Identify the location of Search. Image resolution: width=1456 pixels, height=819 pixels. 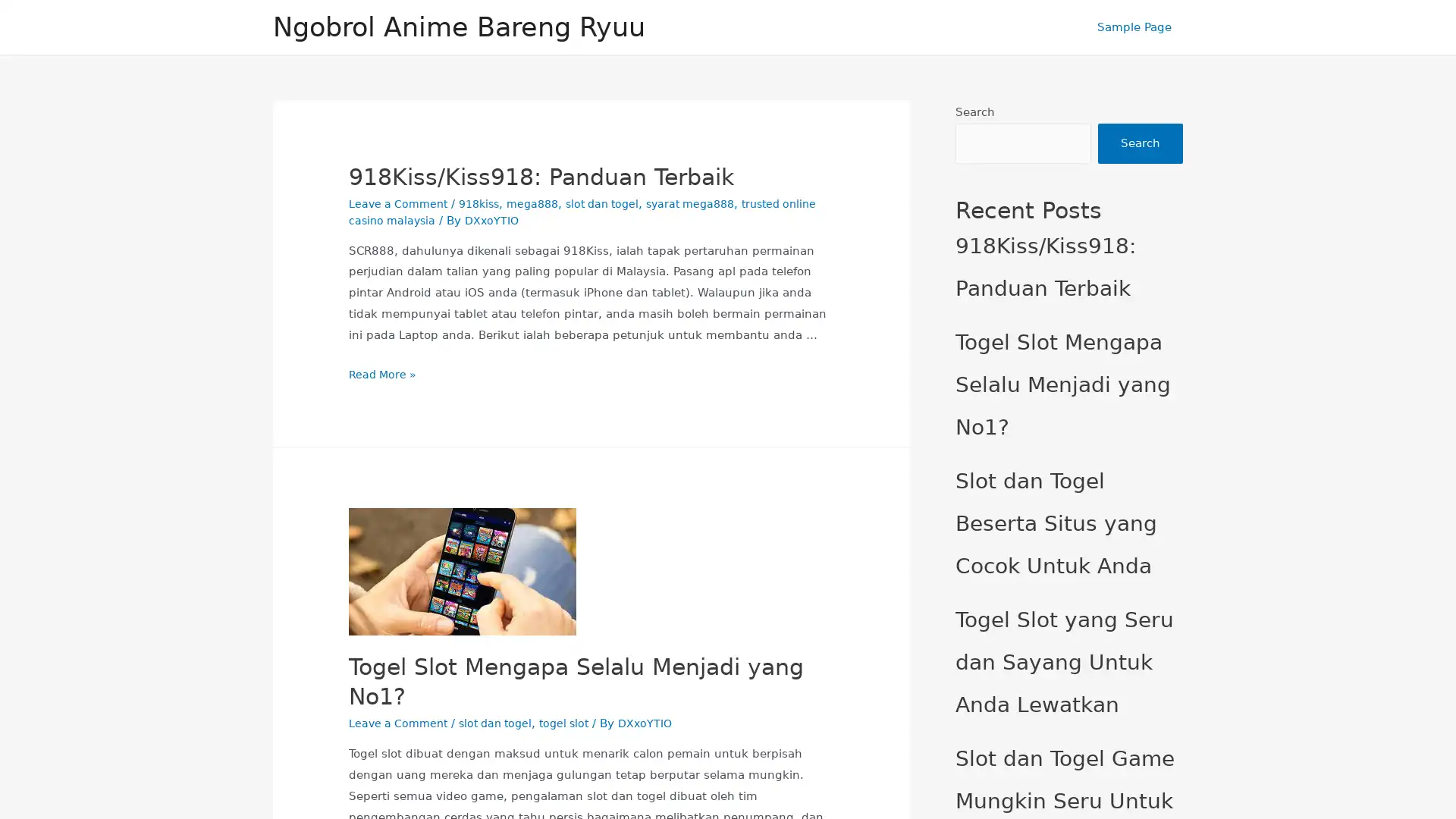
(1140, 143).